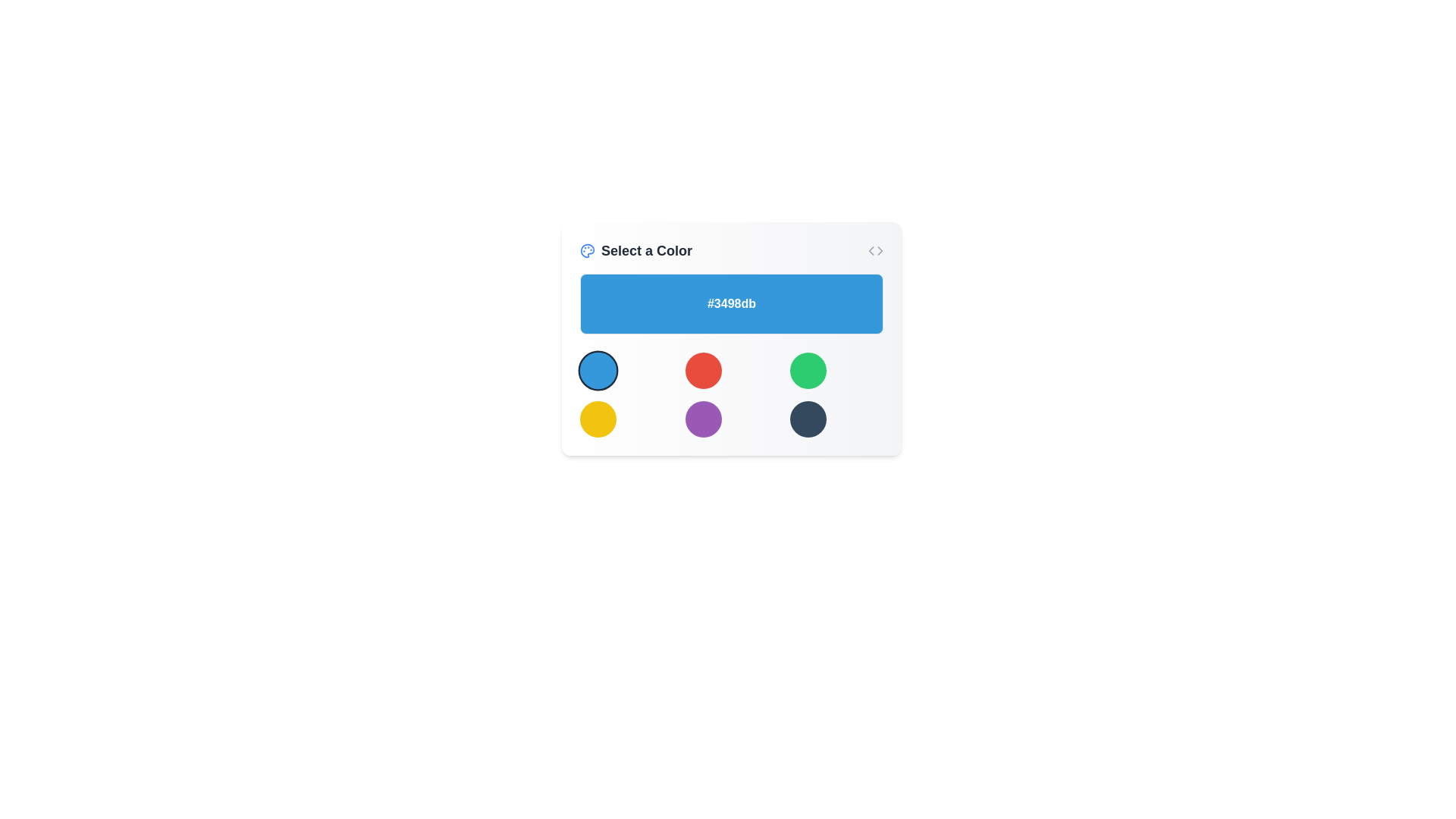 This screenshot has height=819, width=1456. I want to click on the text display element that shows the hexadecimal color code '#3498db' within the blue rectangular area labeled 'Select a Color', so click(731, 304).